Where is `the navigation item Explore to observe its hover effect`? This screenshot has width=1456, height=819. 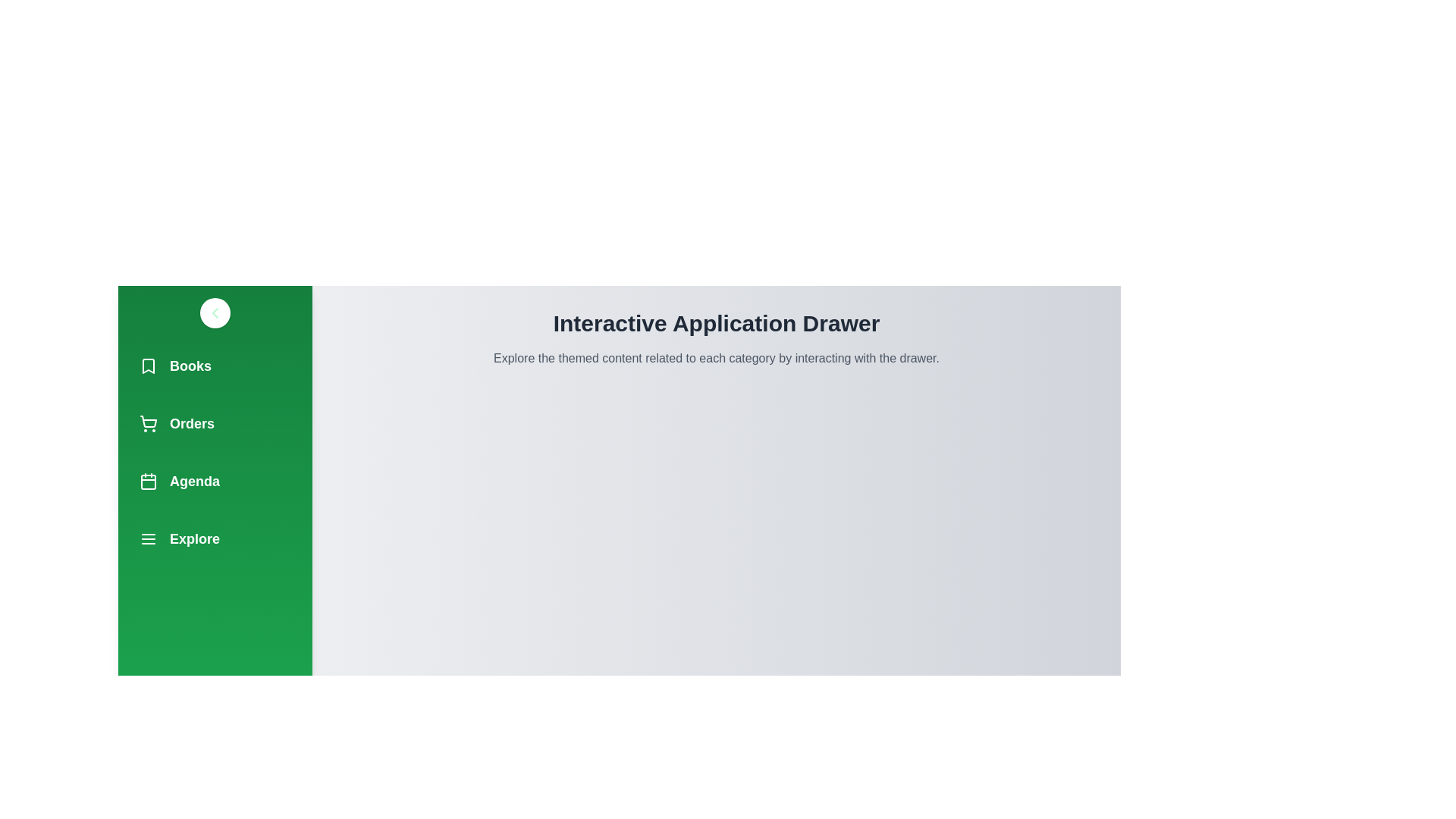 the navigation item Explore to observe its hover effect is located at coordinates (214, 538).